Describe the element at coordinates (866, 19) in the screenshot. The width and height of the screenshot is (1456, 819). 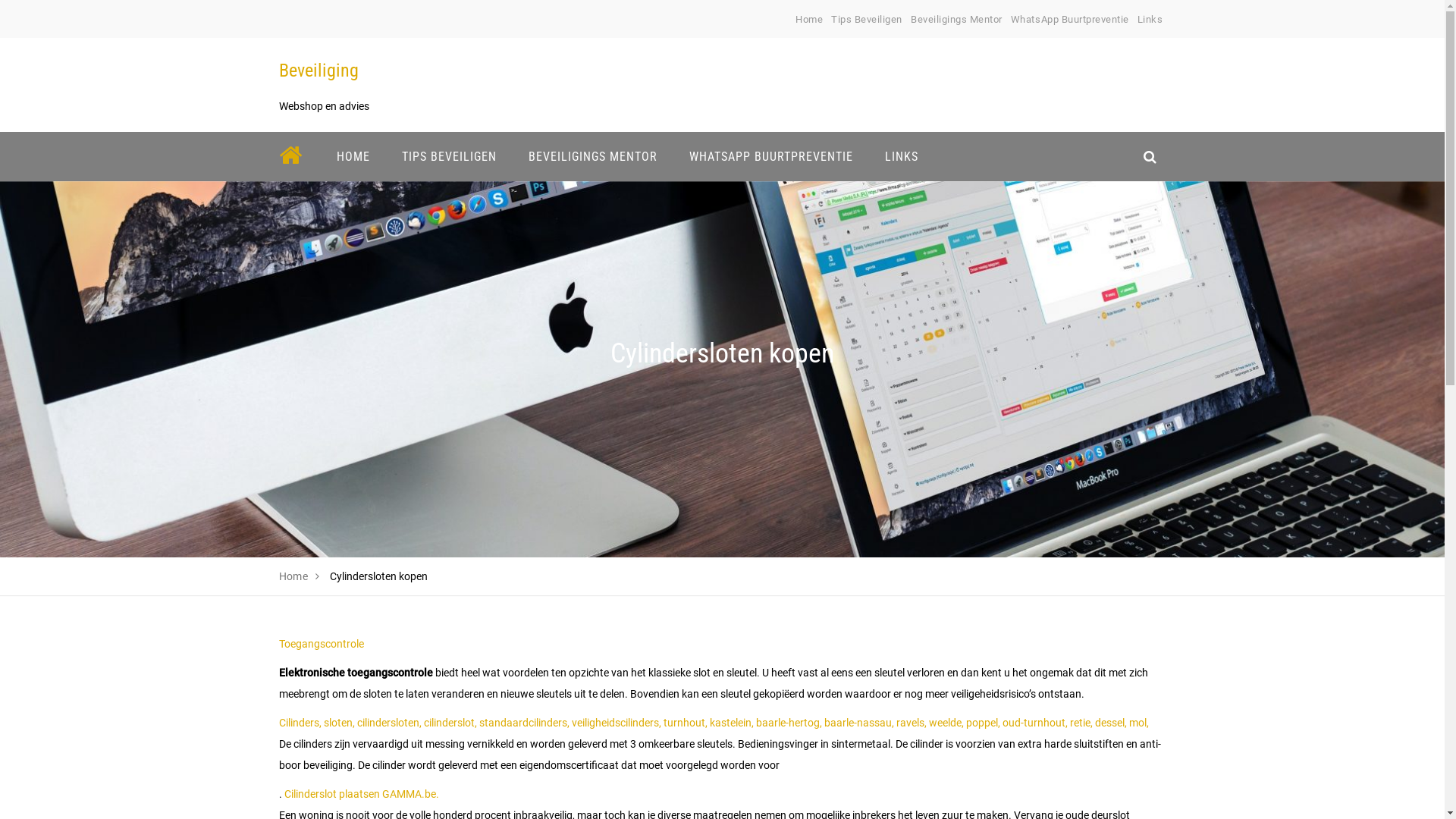
I see `'Tips Beveiligen'` at that location.